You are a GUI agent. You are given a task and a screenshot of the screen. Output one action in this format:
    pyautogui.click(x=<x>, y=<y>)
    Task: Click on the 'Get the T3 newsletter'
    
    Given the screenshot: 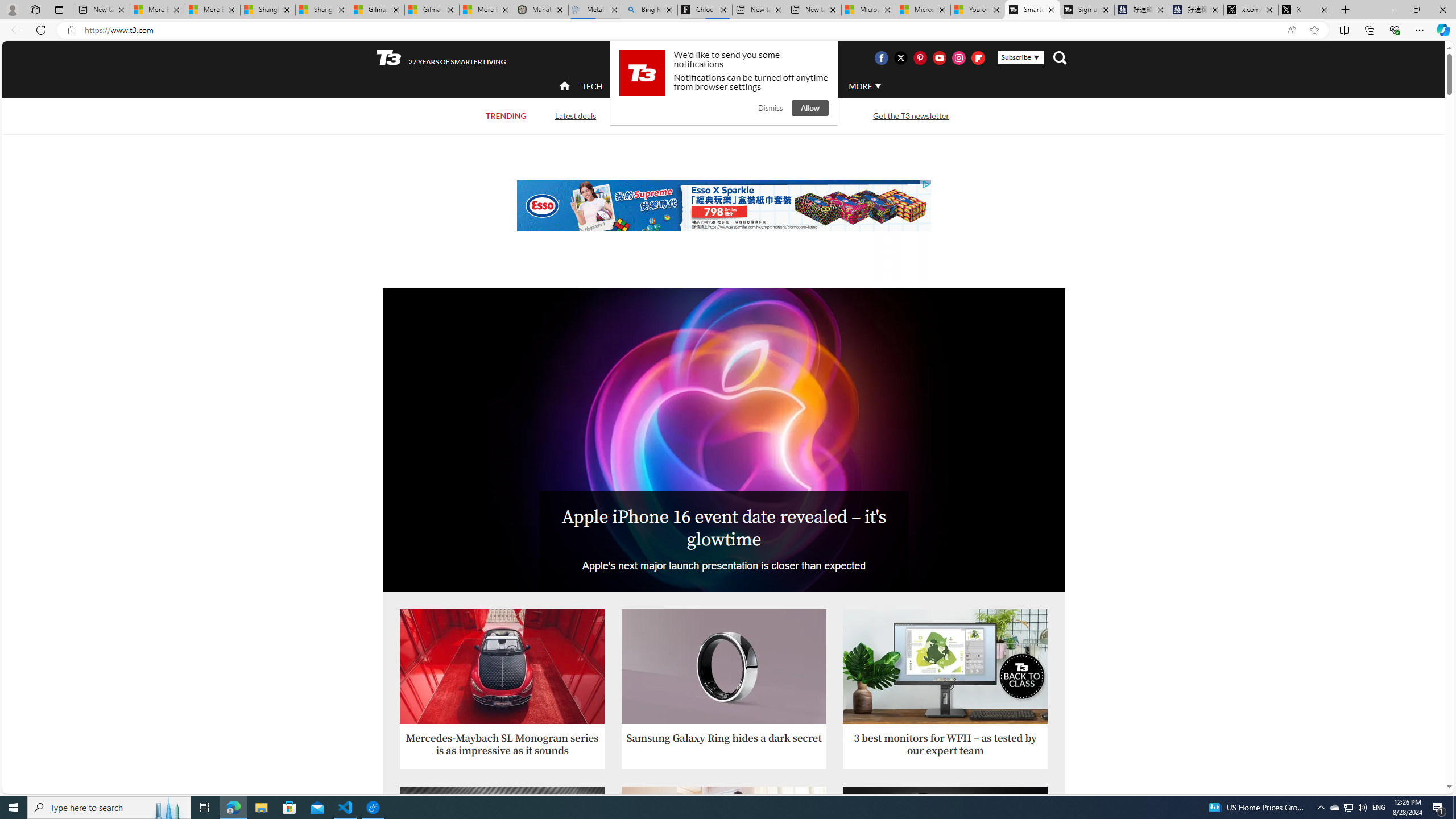 What is the action you would take?
    pyautogui.click(x=911, y=115)
    